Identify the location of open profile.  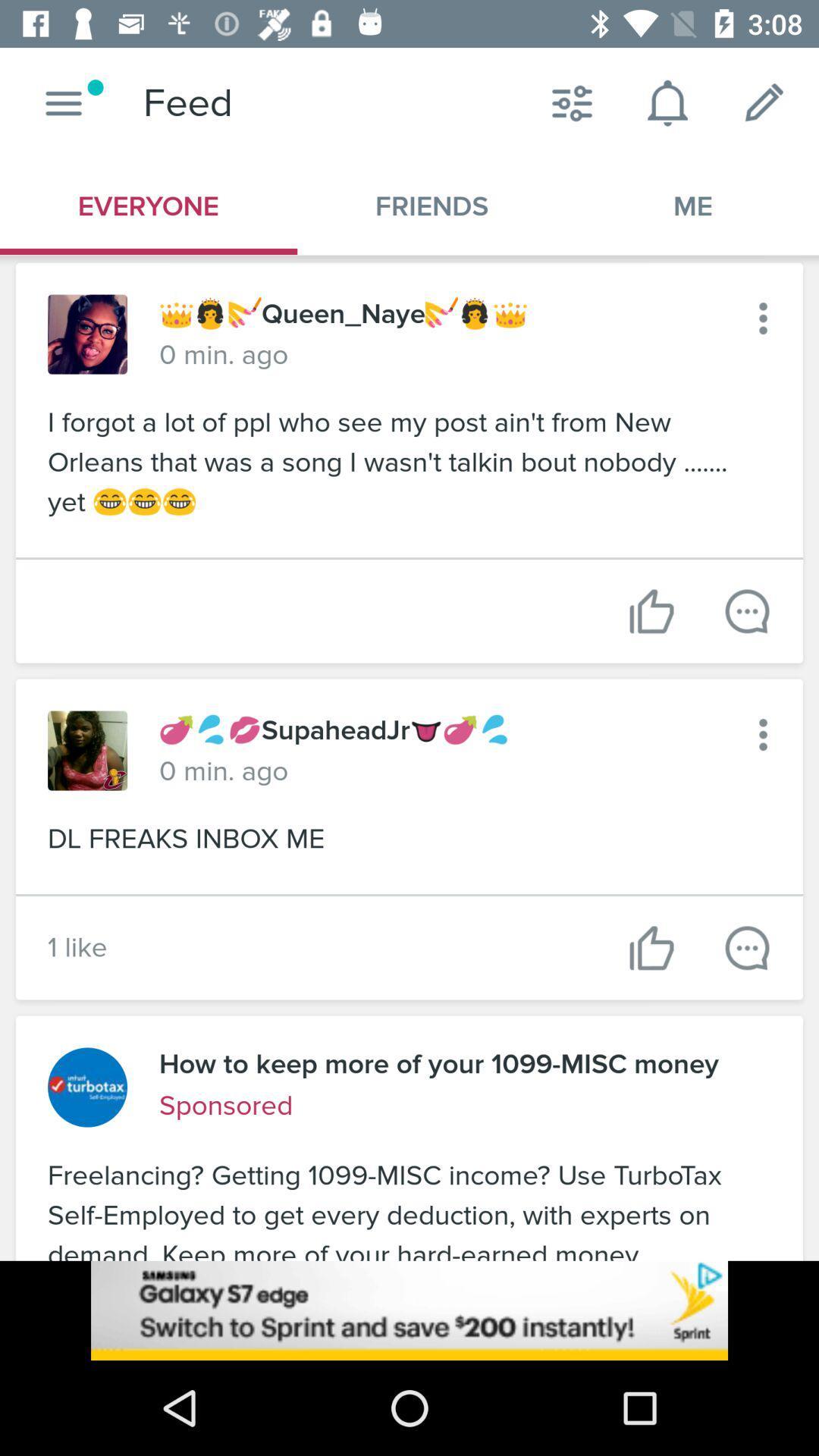
(87, 334).